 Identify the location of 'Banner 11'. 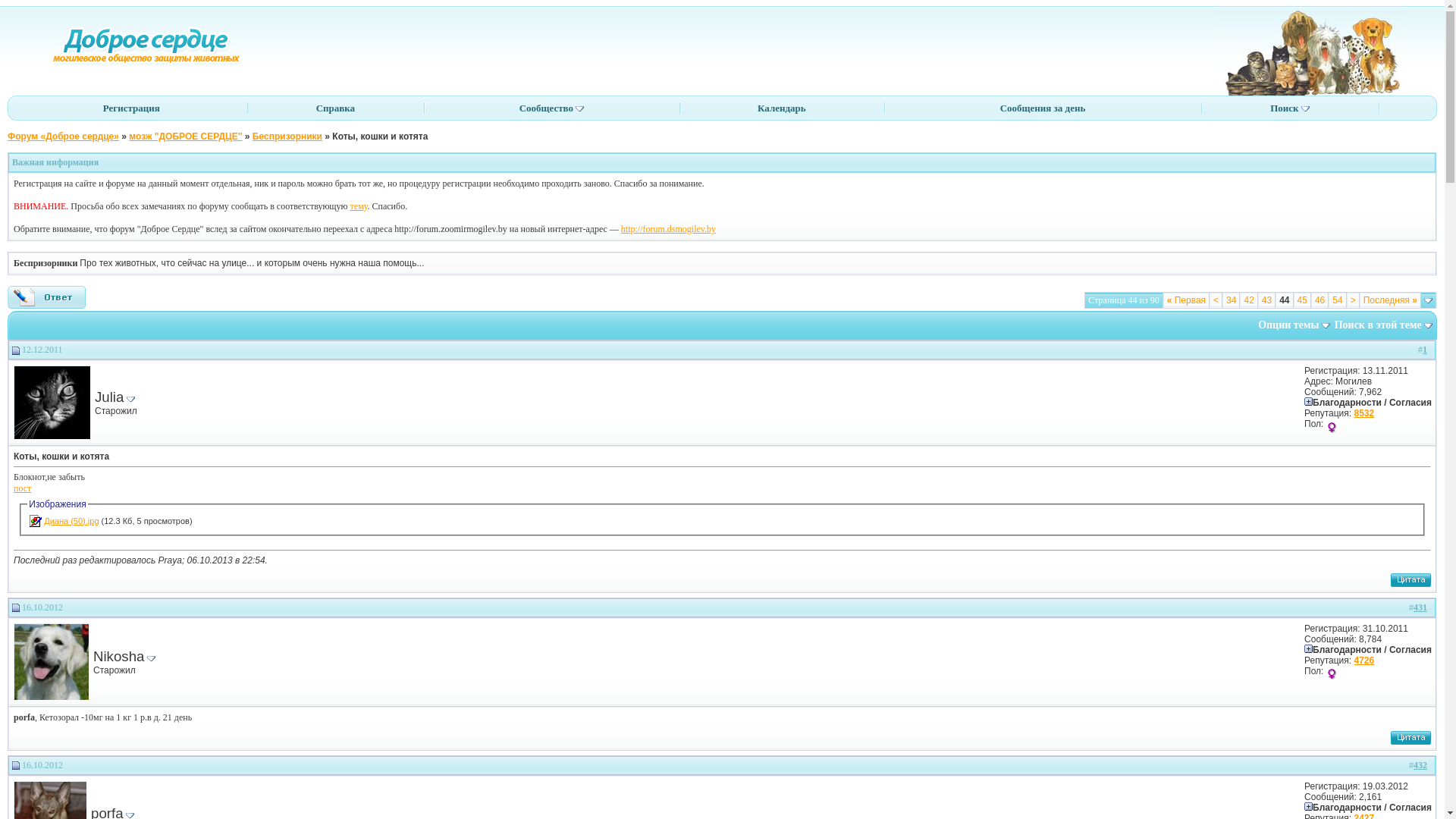
(1309, 49).